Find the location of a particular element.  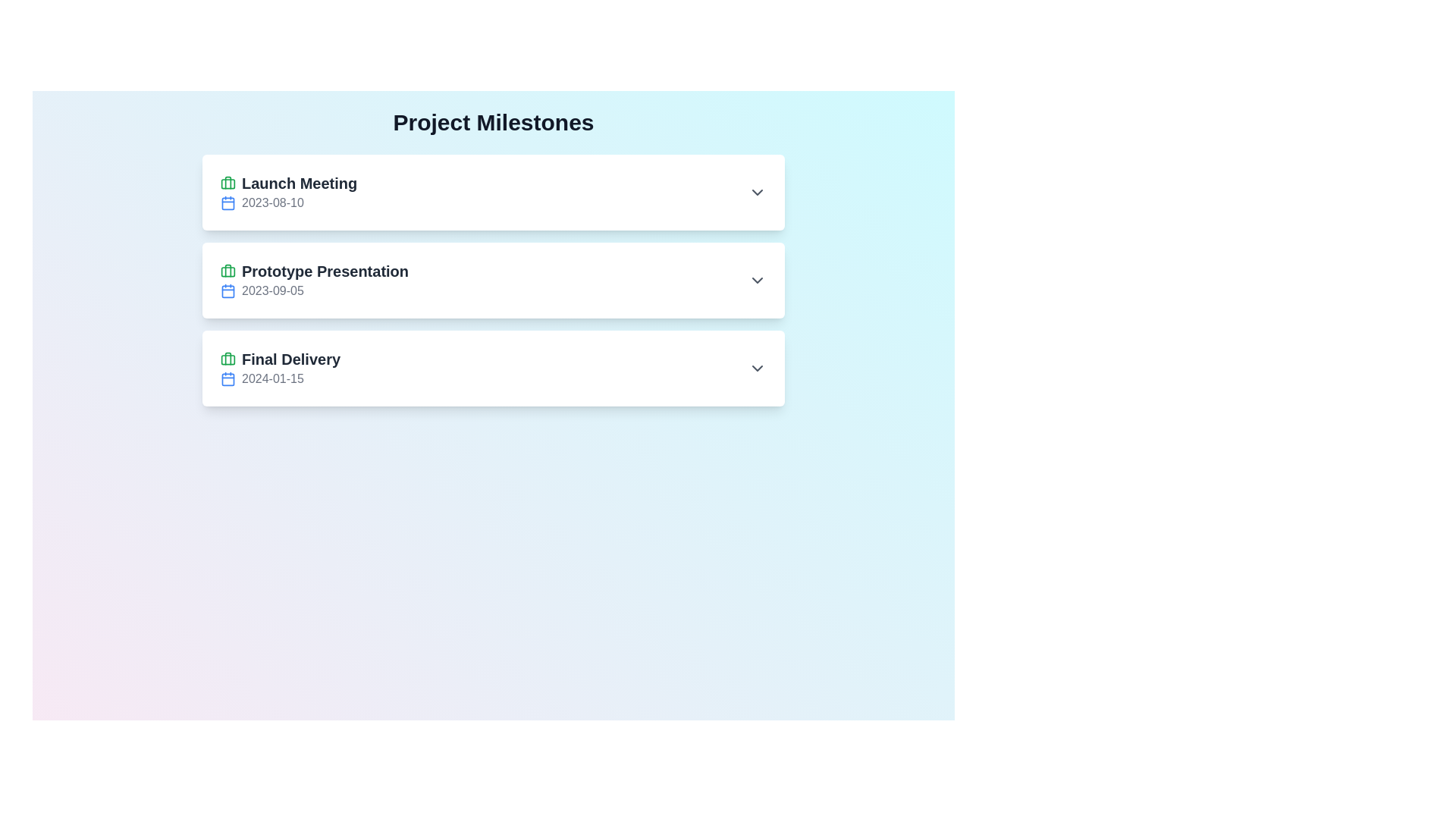

the list item labeled 'Launch Meeting' under the 'Project Milestones' heading, which is the first item in the list is located at coordinates (289, 192).